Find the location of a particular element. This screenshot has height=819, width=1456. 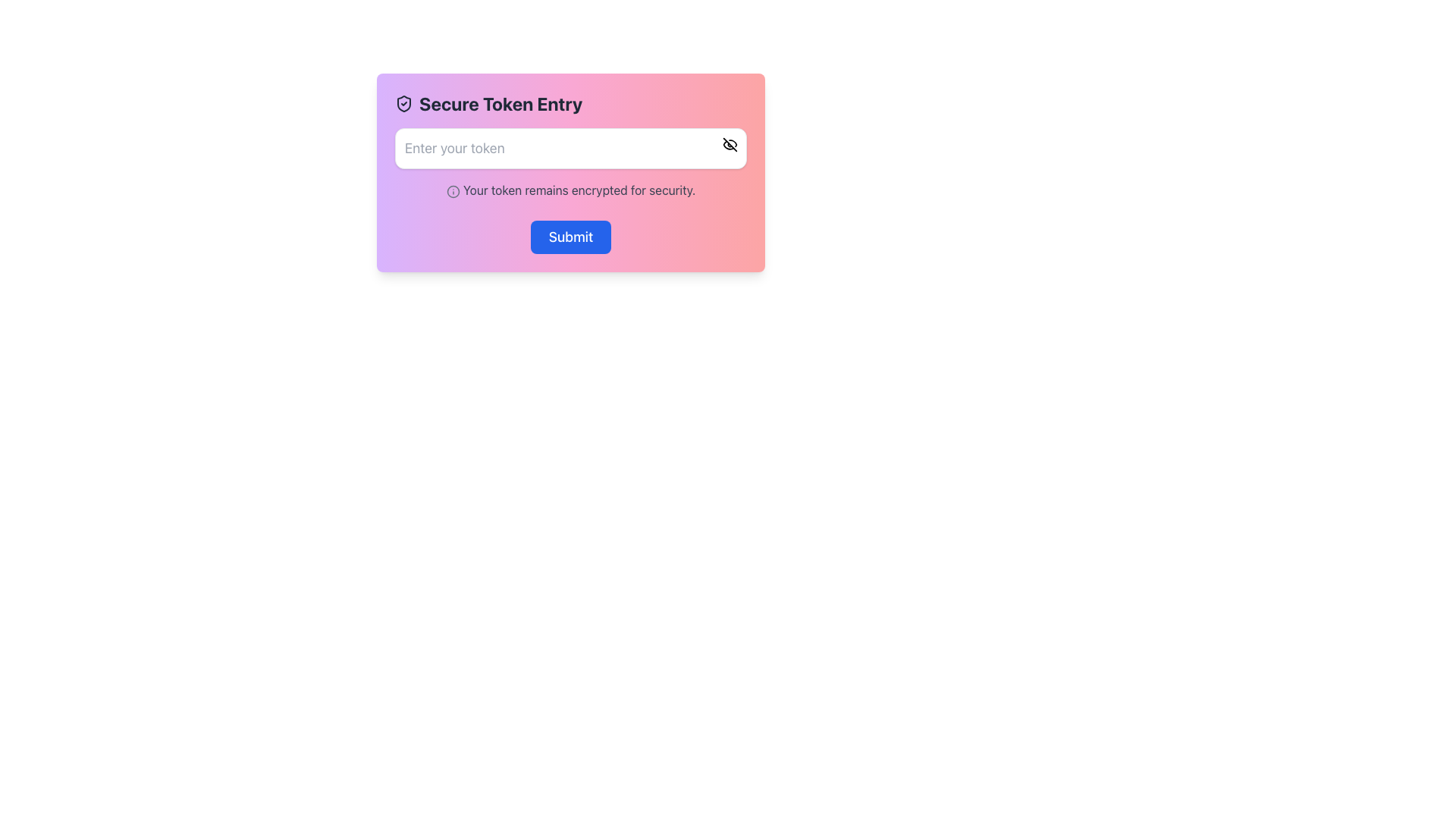

the SVG icon resembling a shield with a check mark, located to the immediate left of the 'Secure Token Entry' text in the header section is located at coordinates (403, 103).